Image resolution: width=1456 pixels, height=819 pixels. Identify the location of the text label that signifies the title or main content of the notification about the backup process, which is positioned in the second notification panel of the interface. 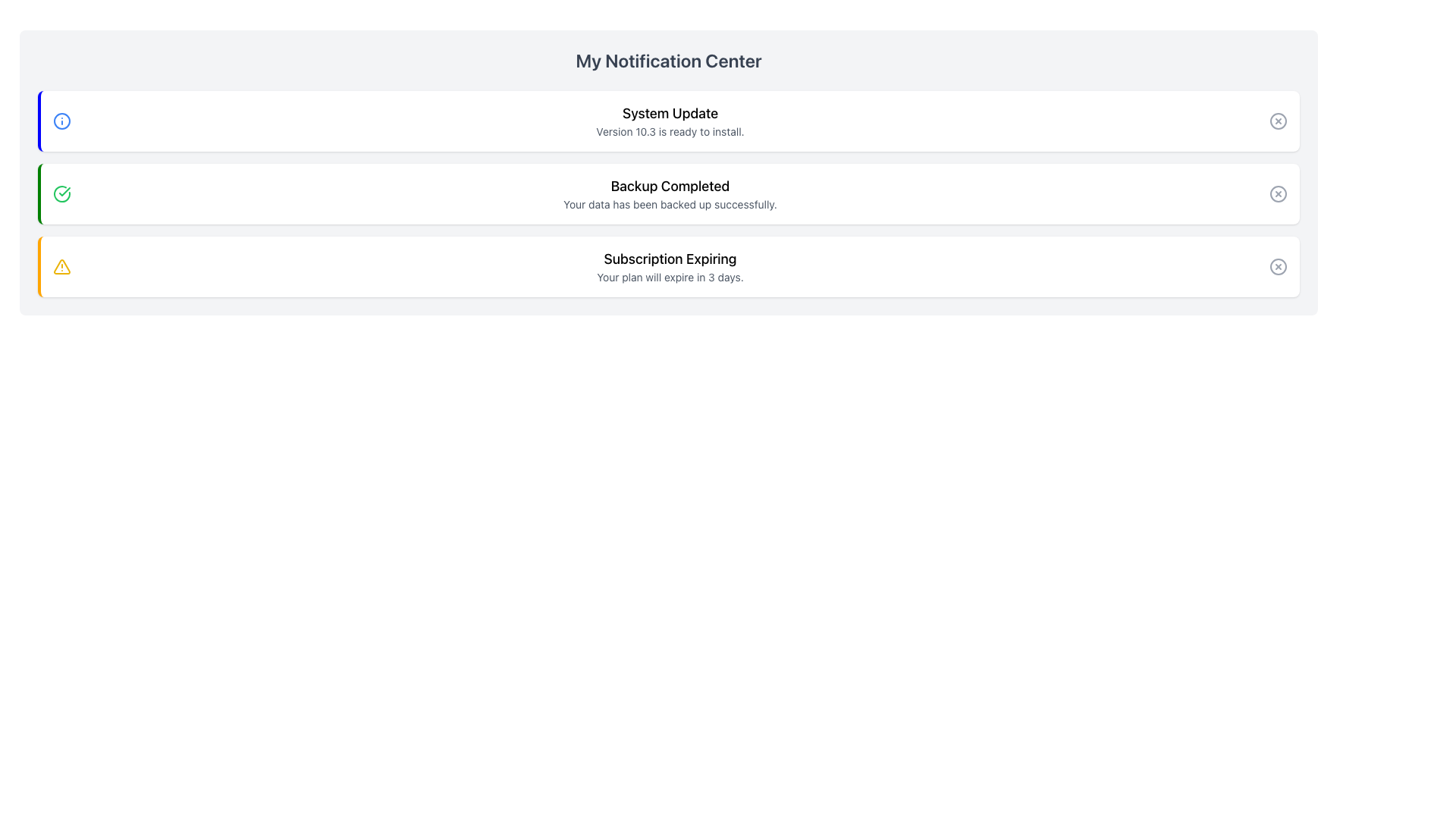
(669, 186).